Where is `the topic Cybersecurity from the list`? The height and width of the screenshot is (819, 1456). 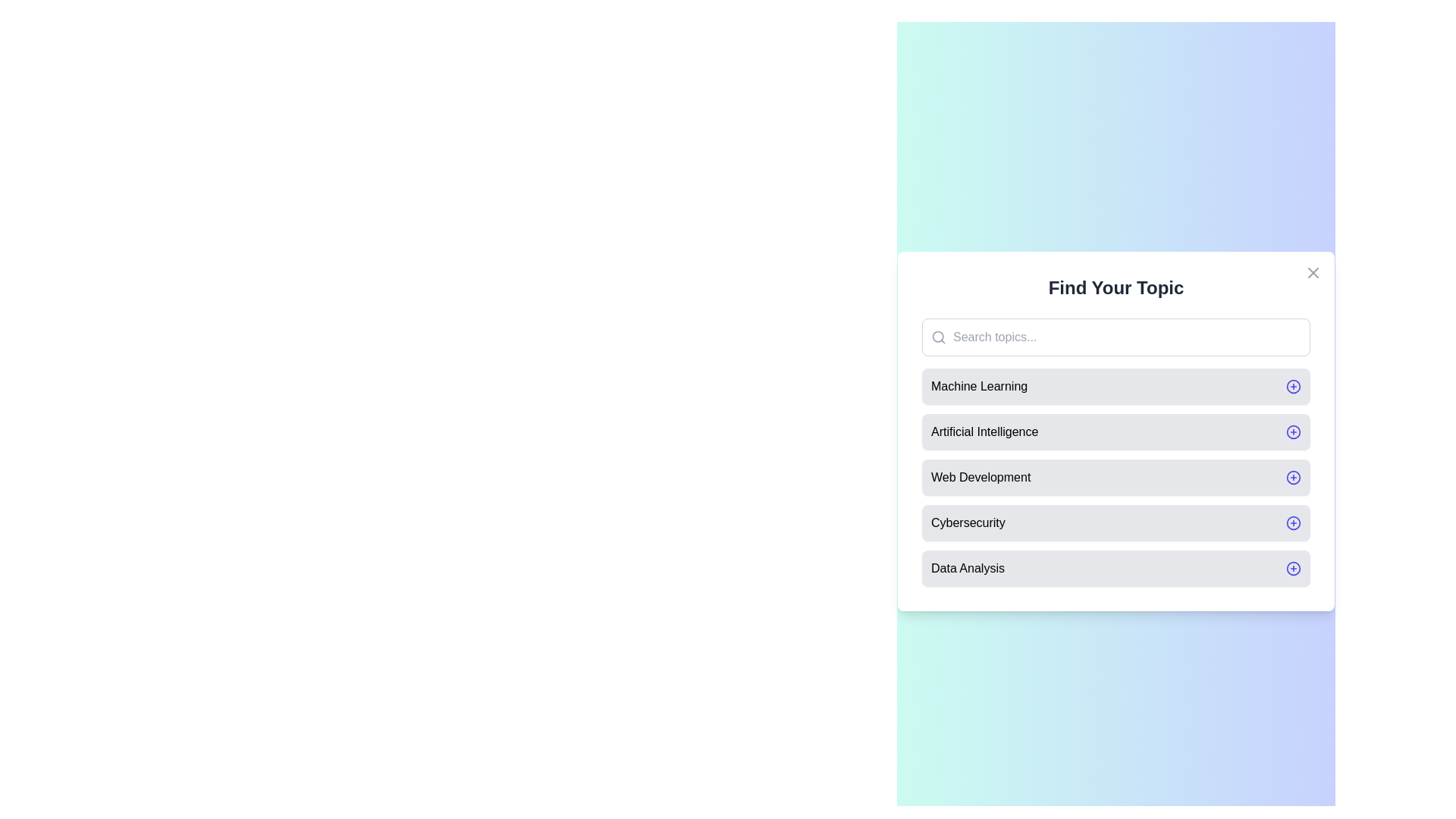
the topic Cybersecurity from the list is located at coordinates (1116, 522).